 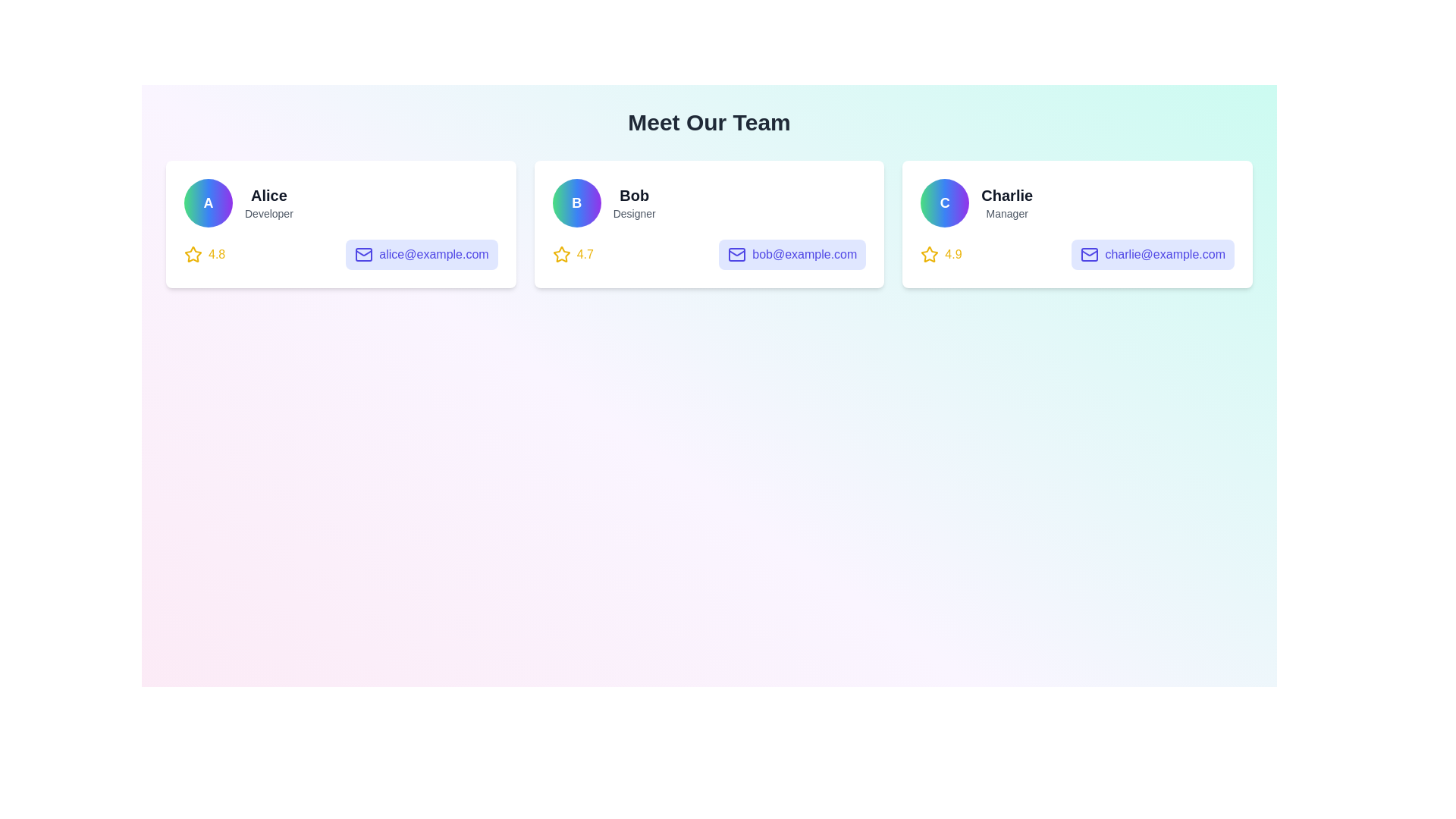 What do you see at coordinates (584, 253) in the screenshot?
I see `the Rating indicator displaying '4.7' in bold yellow text, located within the 'Bob' profile card, which is part of a horizontal grouping with a star icon to its left` at bounding box center [584, 253].